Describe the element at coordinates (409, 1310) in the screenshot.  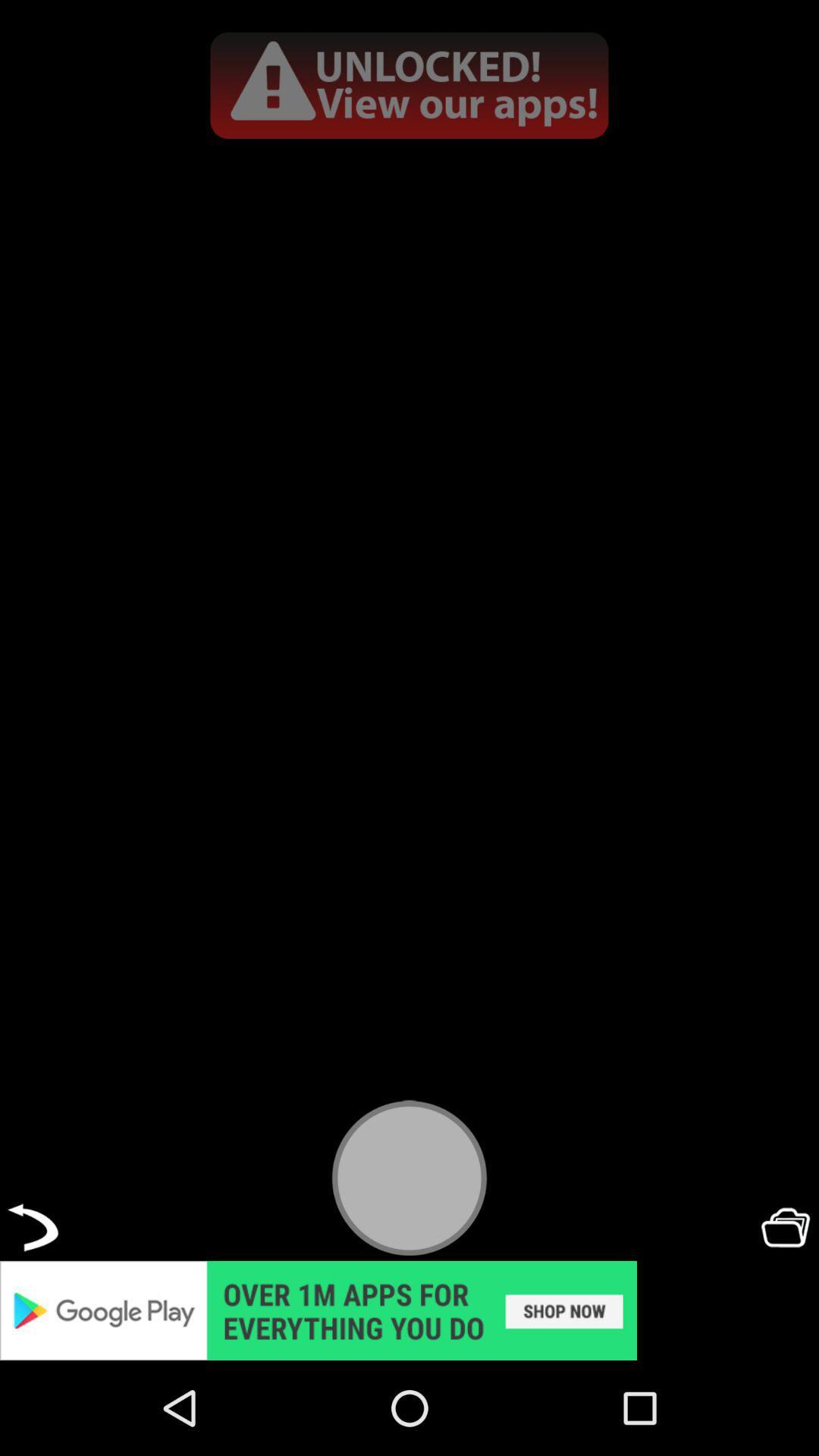
I see `unlocked` at that location.